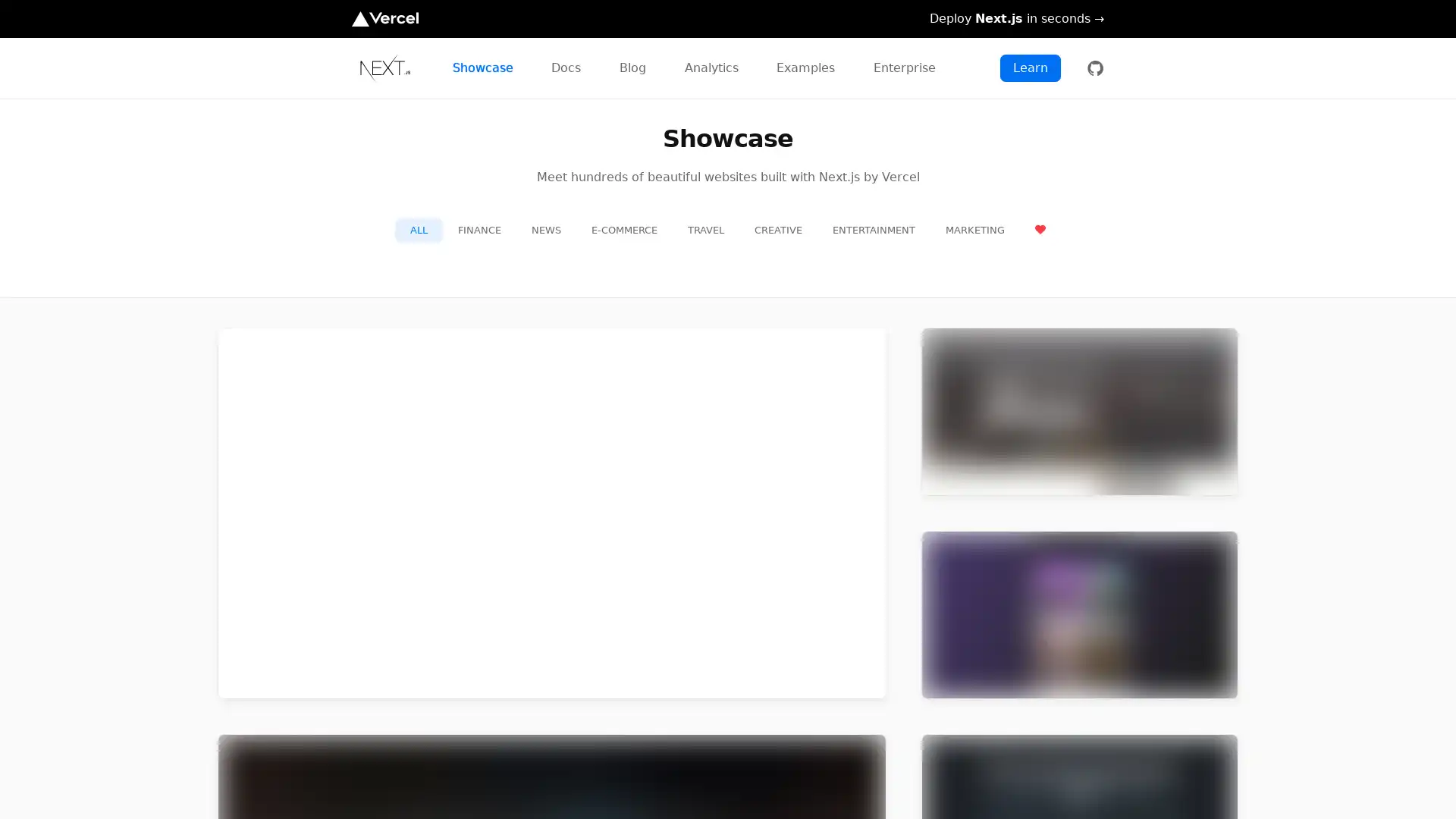 The image size is (1456, 819). I want to click on MARKETING, so click(975, 230).